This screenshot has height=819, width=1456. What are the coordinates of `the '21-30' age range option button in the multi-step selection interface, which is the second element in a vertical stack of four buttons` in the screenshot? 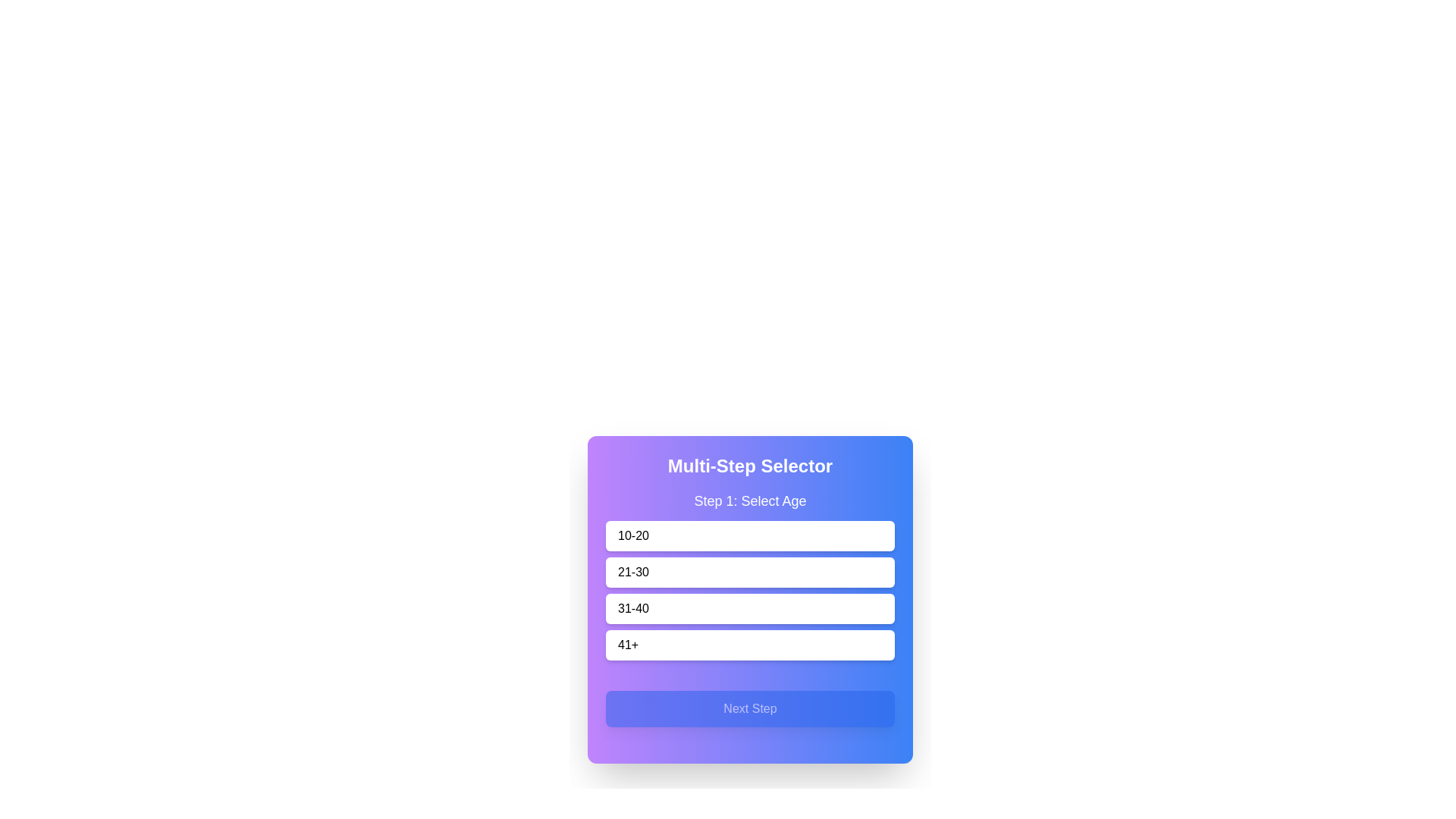 It's located at (750, 576).